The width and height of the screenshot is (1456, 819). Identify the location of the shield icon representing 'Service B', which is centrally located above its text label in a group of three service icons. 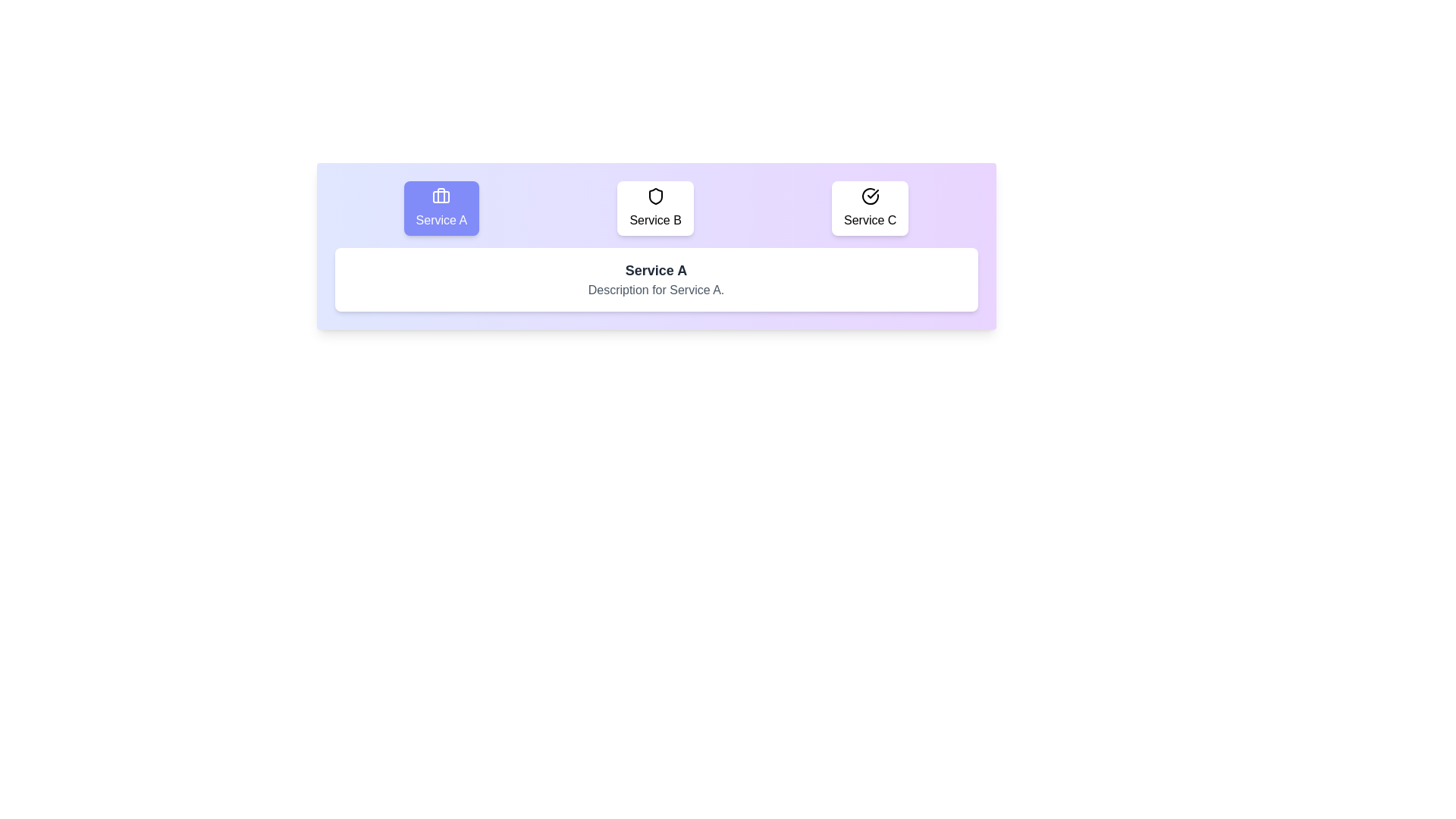
(655, 195).